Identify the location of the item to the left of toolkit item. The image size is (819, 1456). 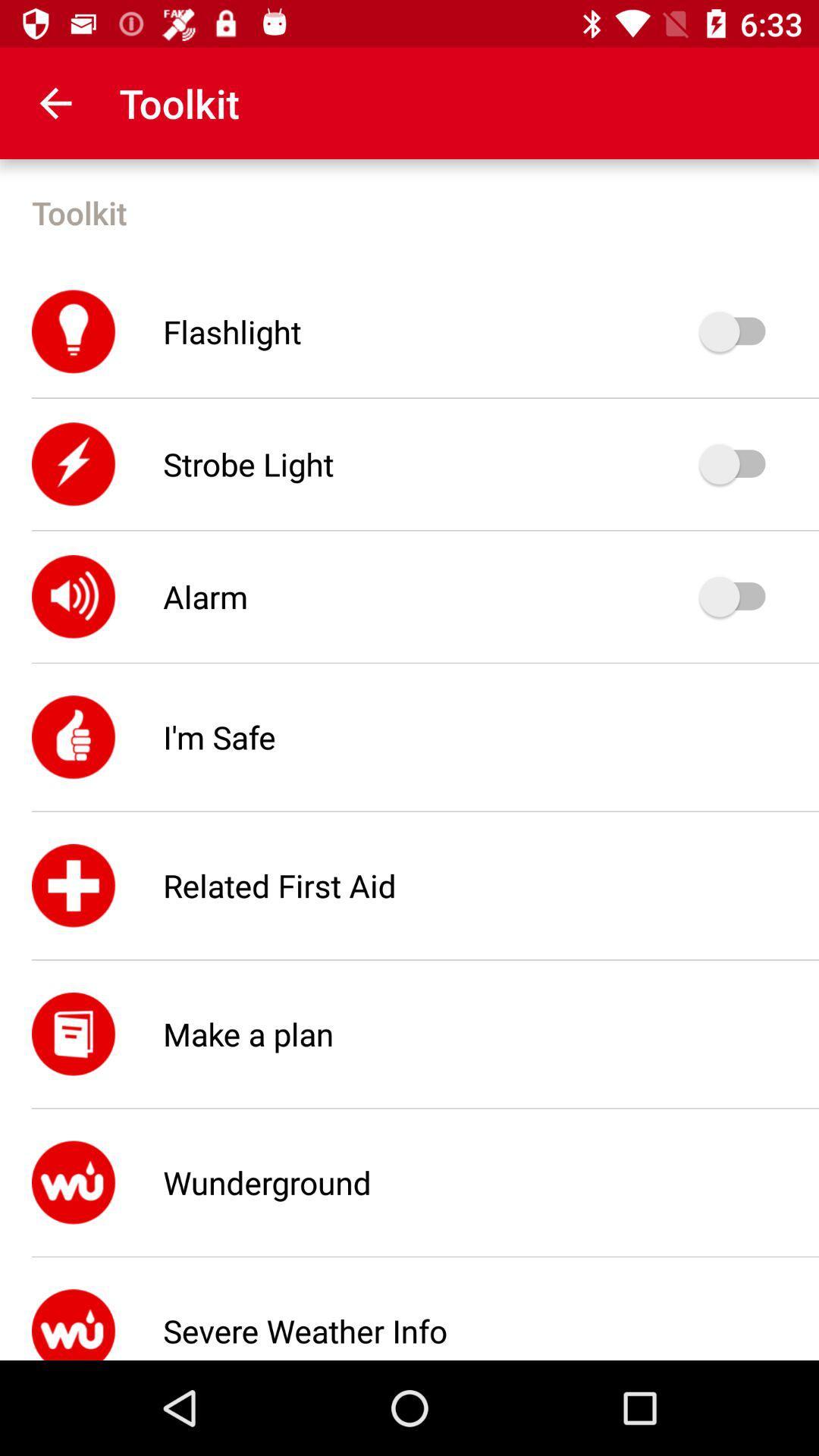
(55, 102).